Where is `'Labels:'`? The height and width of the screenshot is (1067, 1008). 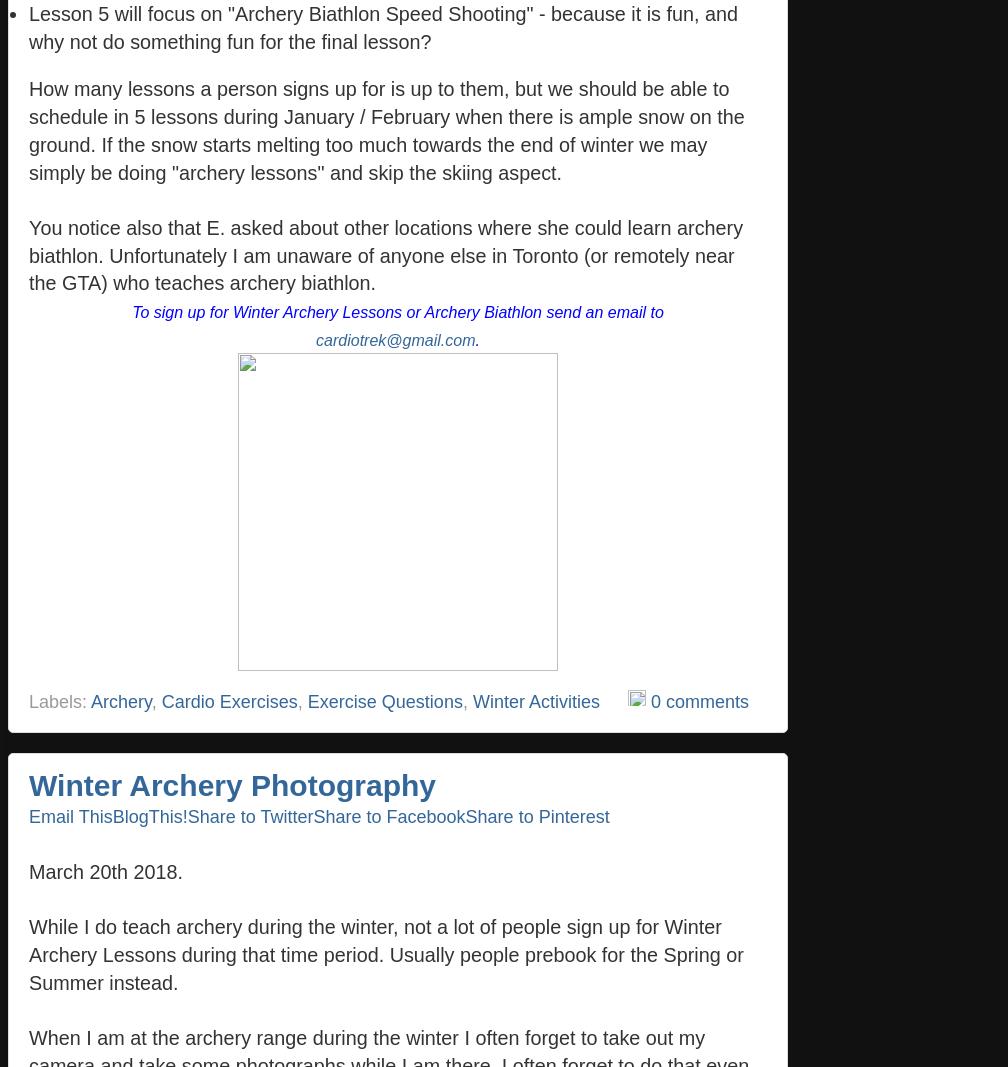
'Labels:' is located at coordinates (59, 701).